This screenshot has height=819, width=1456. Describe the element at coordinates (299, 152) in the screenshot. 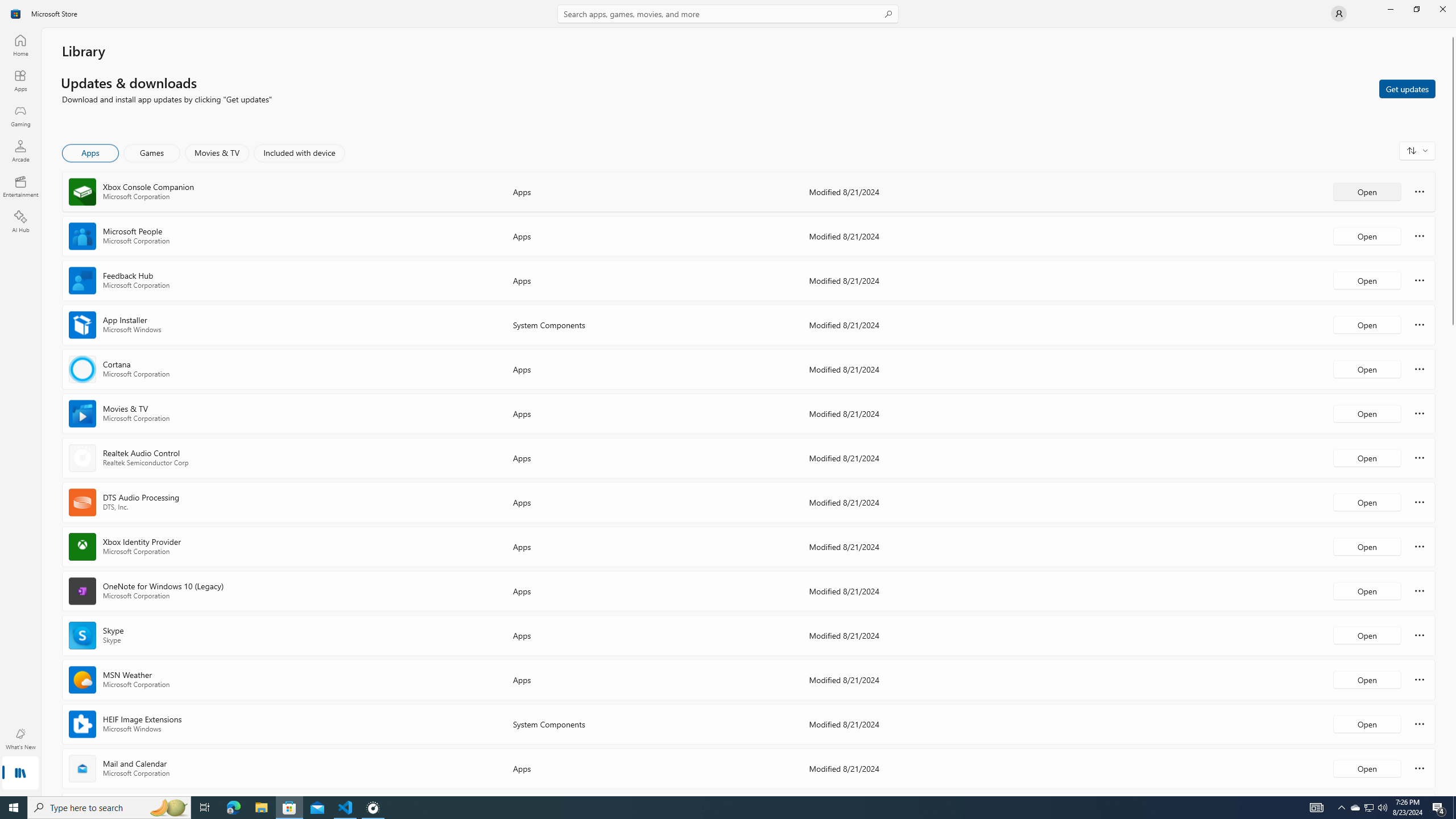

I see `'Included with device'` at that location.